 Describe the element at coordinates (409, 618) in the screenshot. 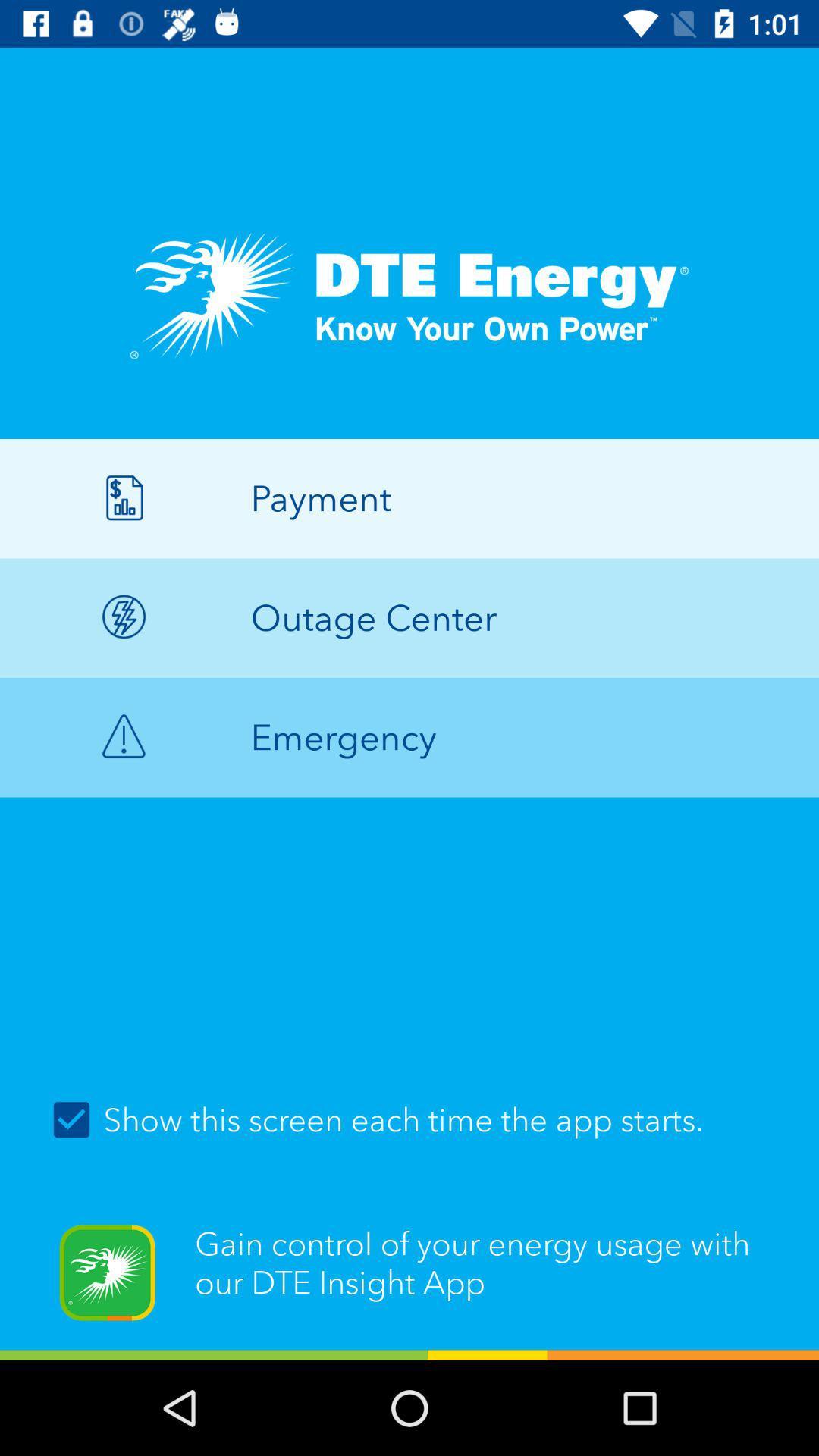

I see `outage center` at that location.